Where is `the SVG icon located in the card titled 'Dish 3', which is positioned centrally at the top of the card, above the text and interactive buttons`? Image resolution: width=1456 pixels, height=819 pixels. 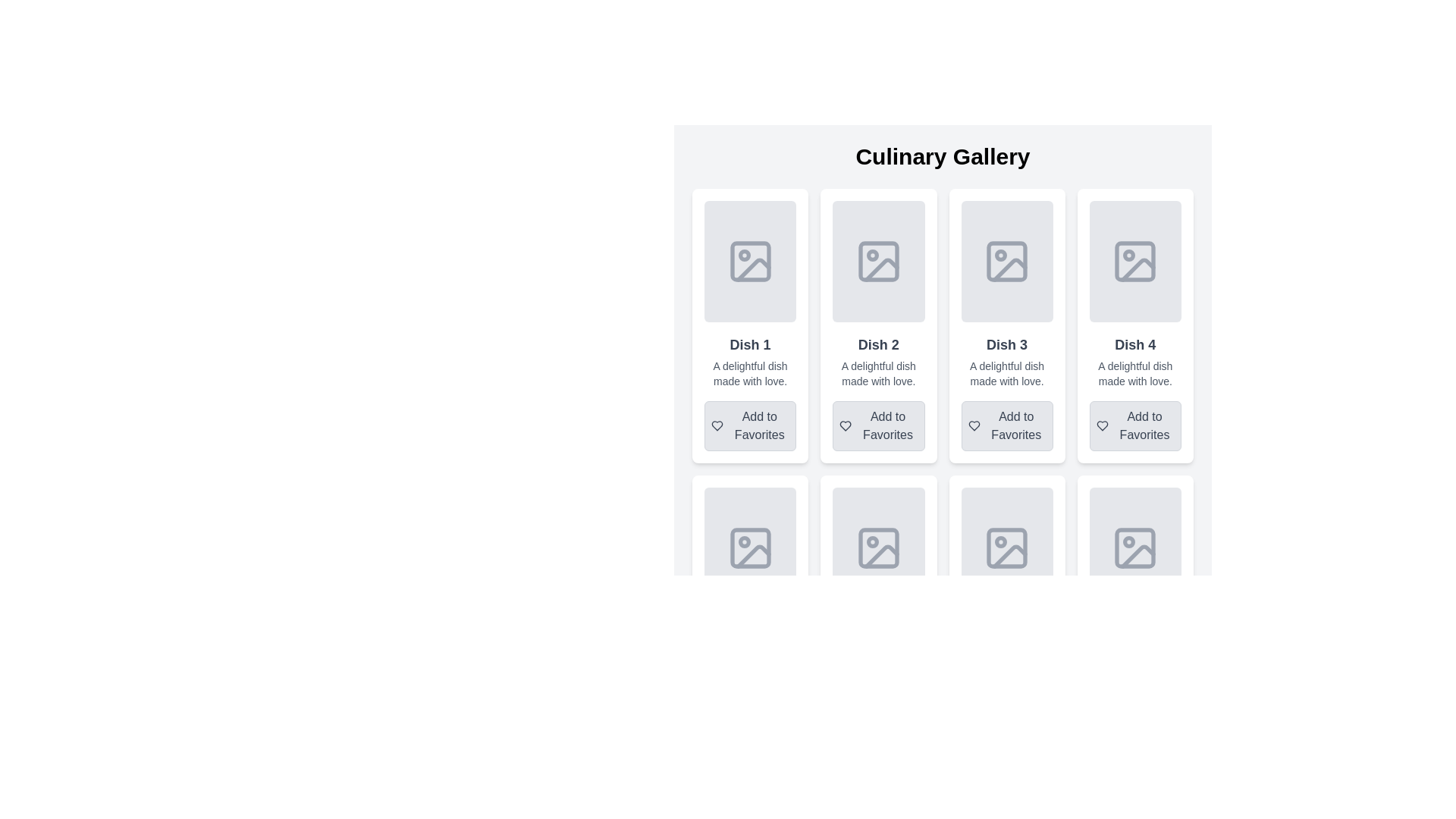
the SVG icon located in the card titled 'Dish 3', which is positioned centrally at the top of the card, above the text and interactive buttons is located at coordinates (1007, 260).